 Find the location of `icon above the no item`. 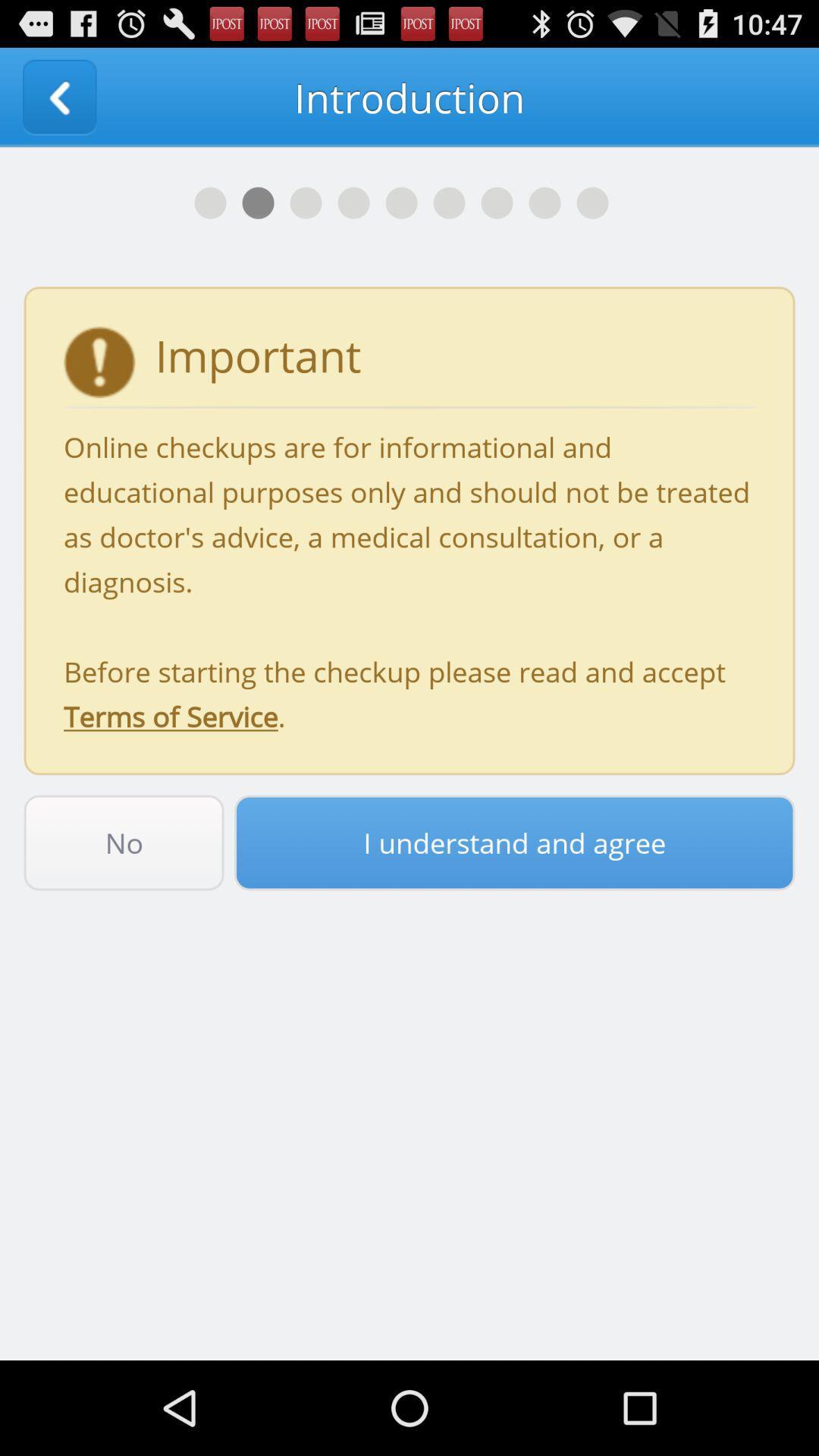

icon above the no item is located at coordinates (409, 581).